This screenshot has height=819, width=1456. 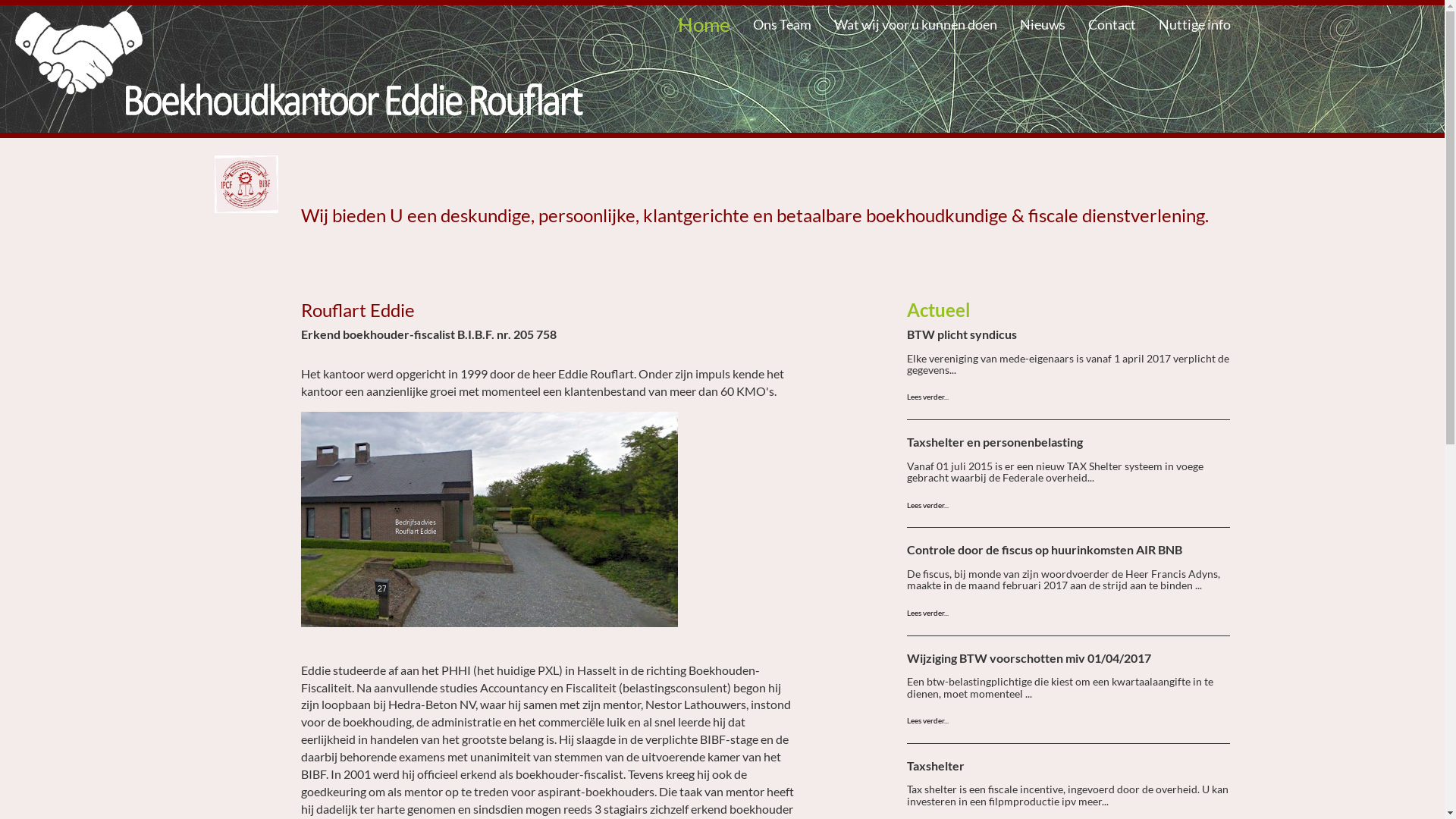 I want to click on 'Home', so click(x=666, y=24).